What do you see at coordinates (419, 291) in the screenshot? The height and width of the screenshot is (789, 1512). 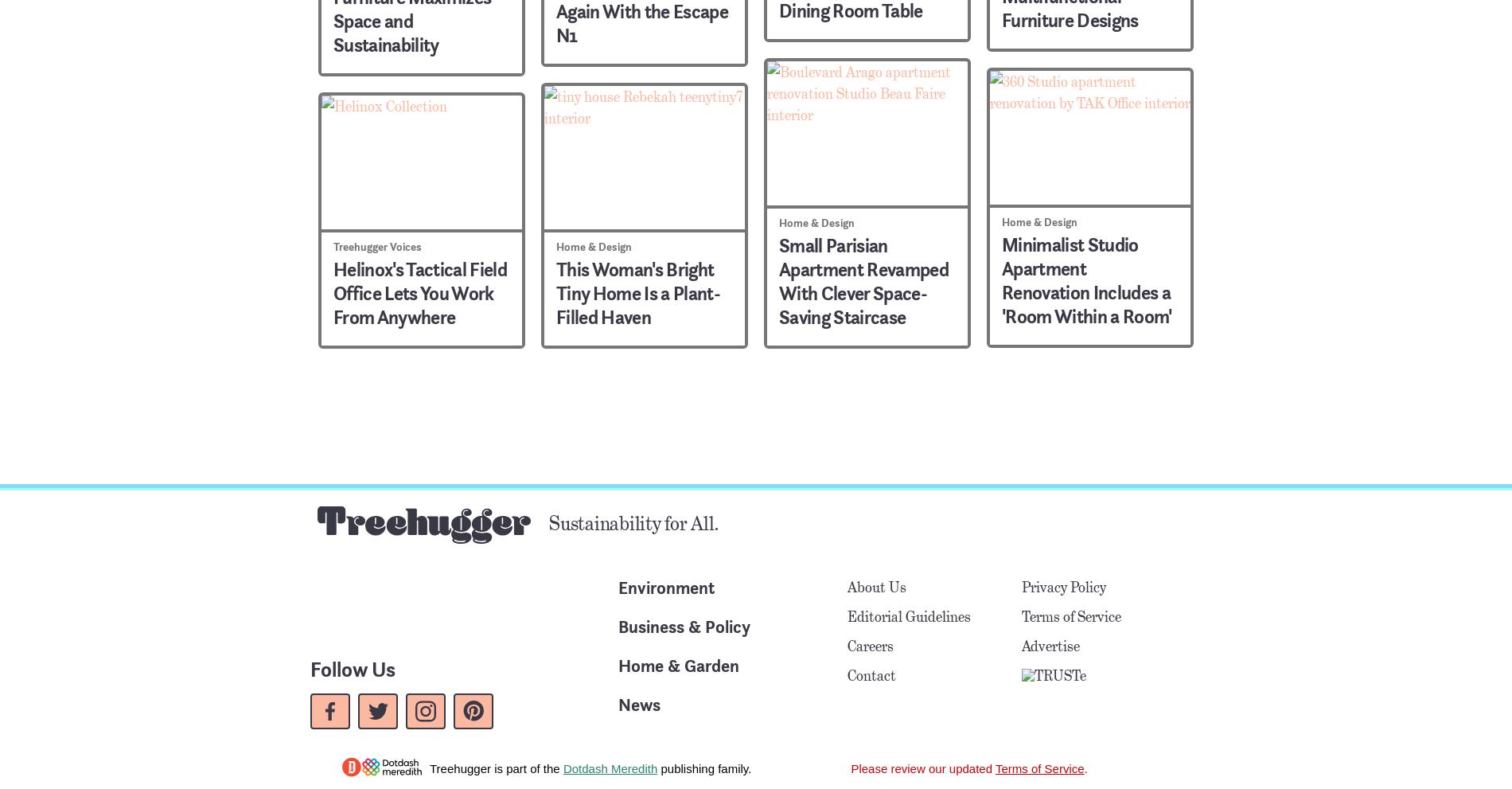 I see `'Helinox's Tactical Field Office Lets You Work From Anywhere'` at bounding box center [419, 291].